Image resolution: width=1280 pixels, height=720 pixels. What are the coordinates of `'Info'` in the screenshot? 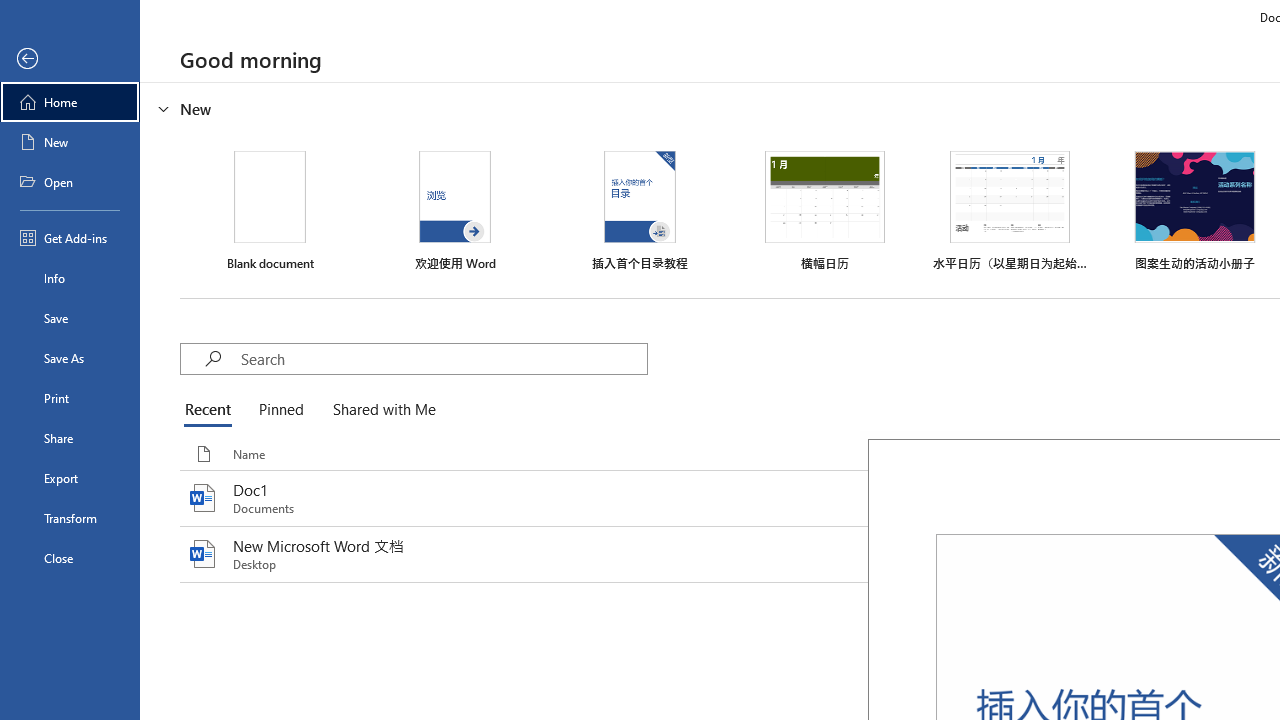 It's located at (69, 277).